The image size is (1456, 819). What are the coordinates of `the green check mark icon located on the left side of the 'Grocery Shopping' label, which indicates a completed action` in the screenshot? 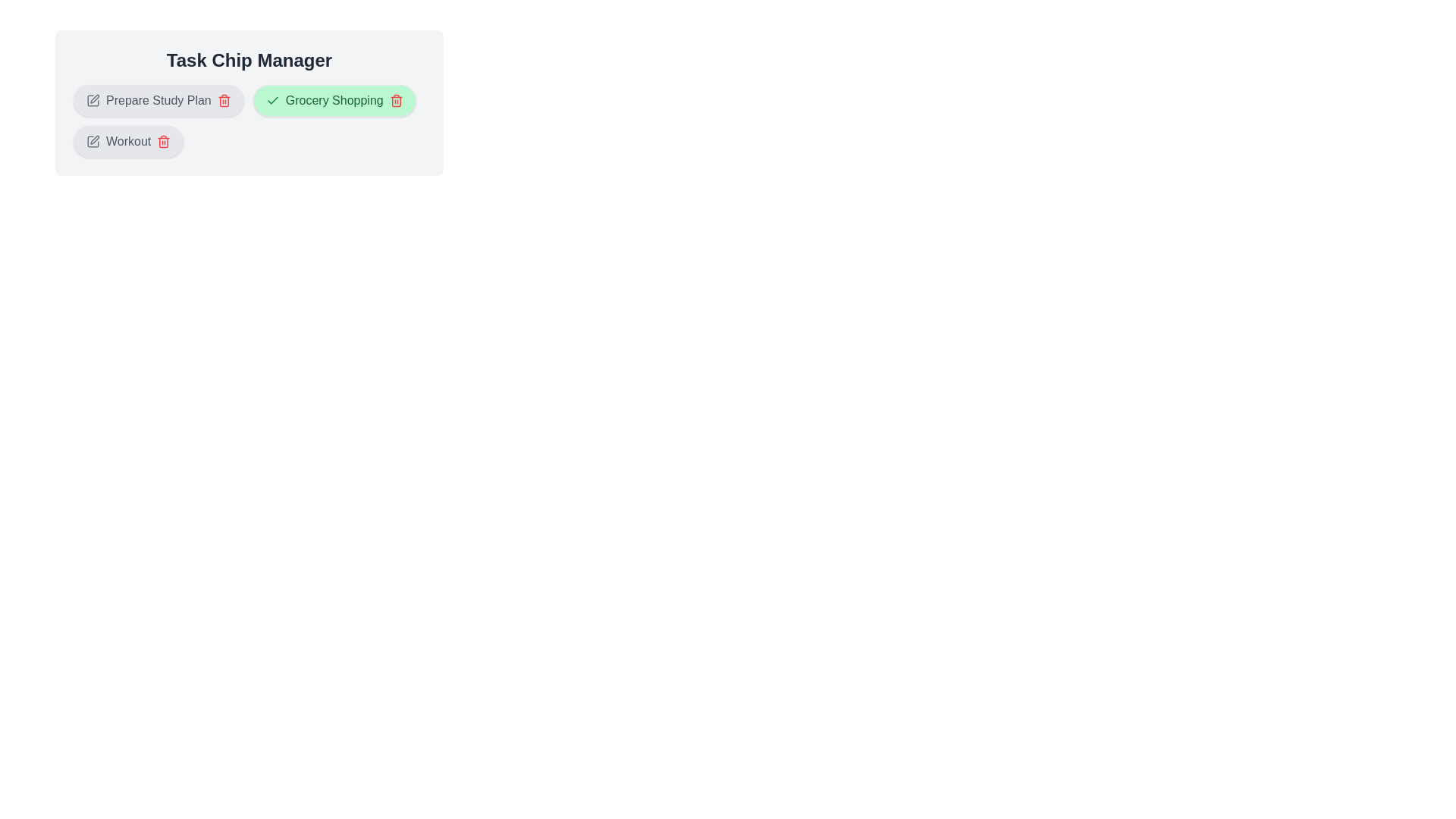 It's located at (272, 100).